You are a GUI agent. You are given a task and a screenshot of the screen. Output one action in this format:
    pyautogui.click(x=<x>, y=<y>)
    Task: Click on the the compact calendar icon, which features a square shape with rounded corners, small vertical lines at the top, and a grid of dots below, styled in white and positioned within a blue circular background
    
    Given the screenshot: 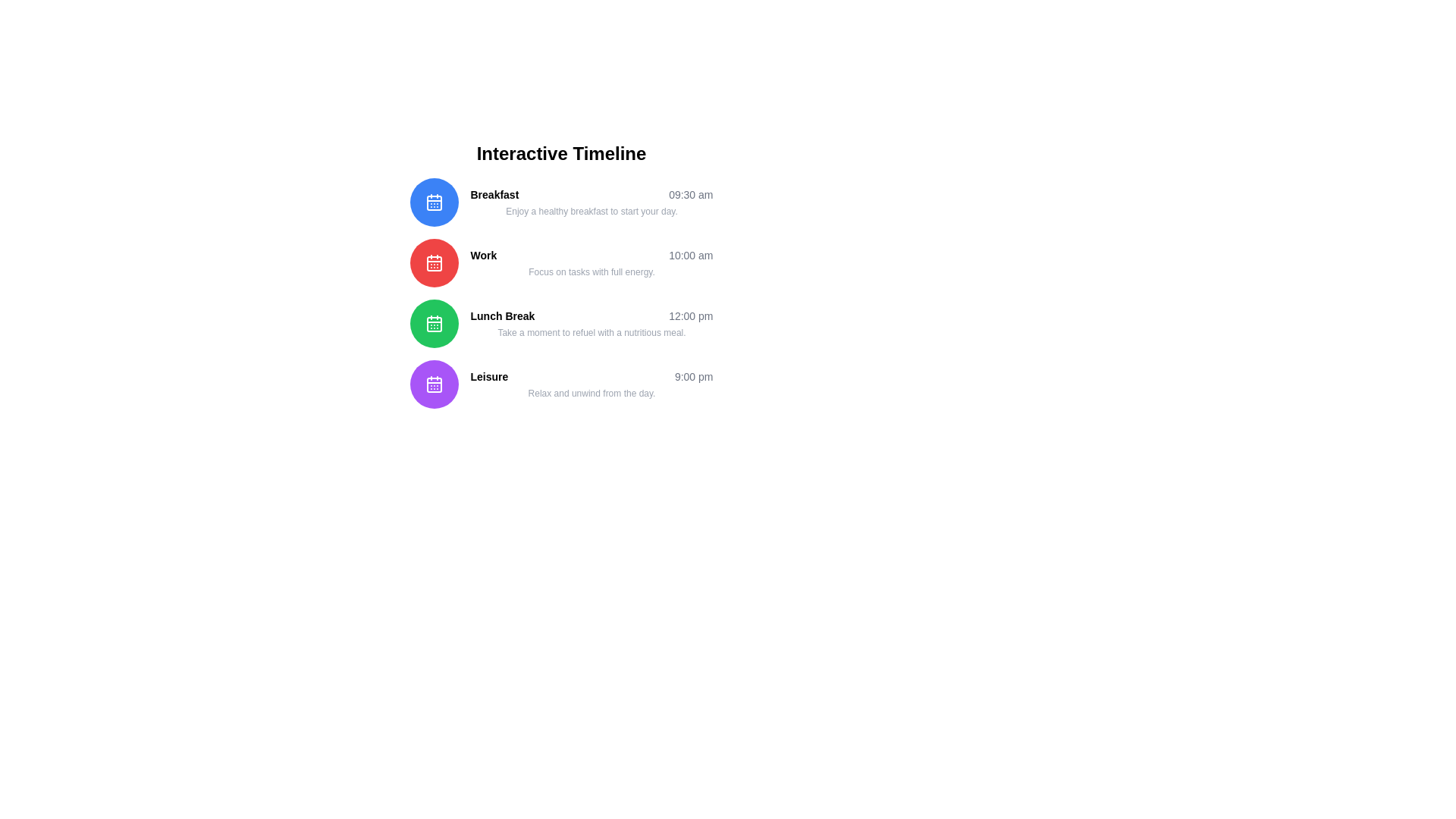 What is the action you would take?
    pyautogui.click(x=433, y=201)
    